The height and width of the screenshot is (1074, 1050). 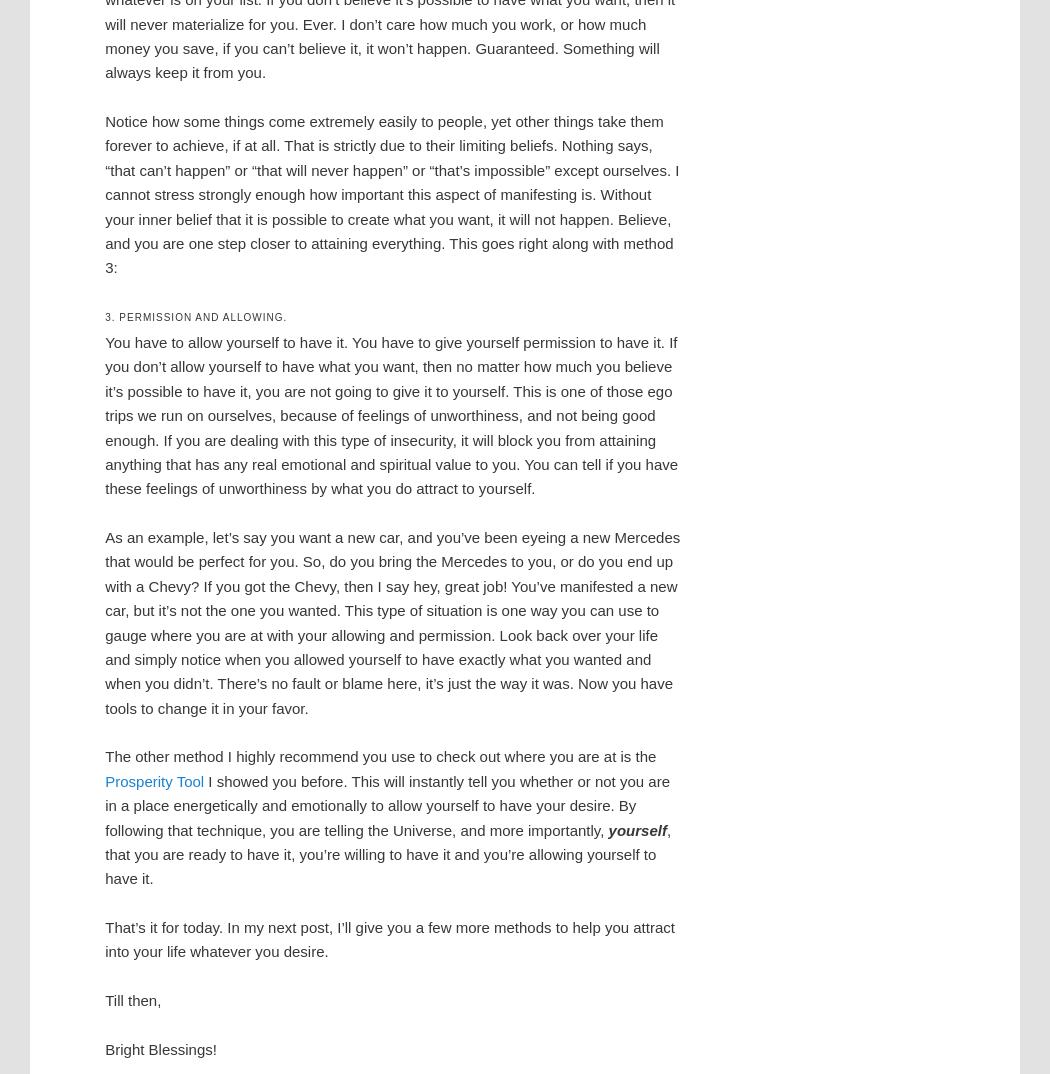 I want to click on 'The other method I highly recommend you use to check out where you are at is the', so click(x=380, y=755).